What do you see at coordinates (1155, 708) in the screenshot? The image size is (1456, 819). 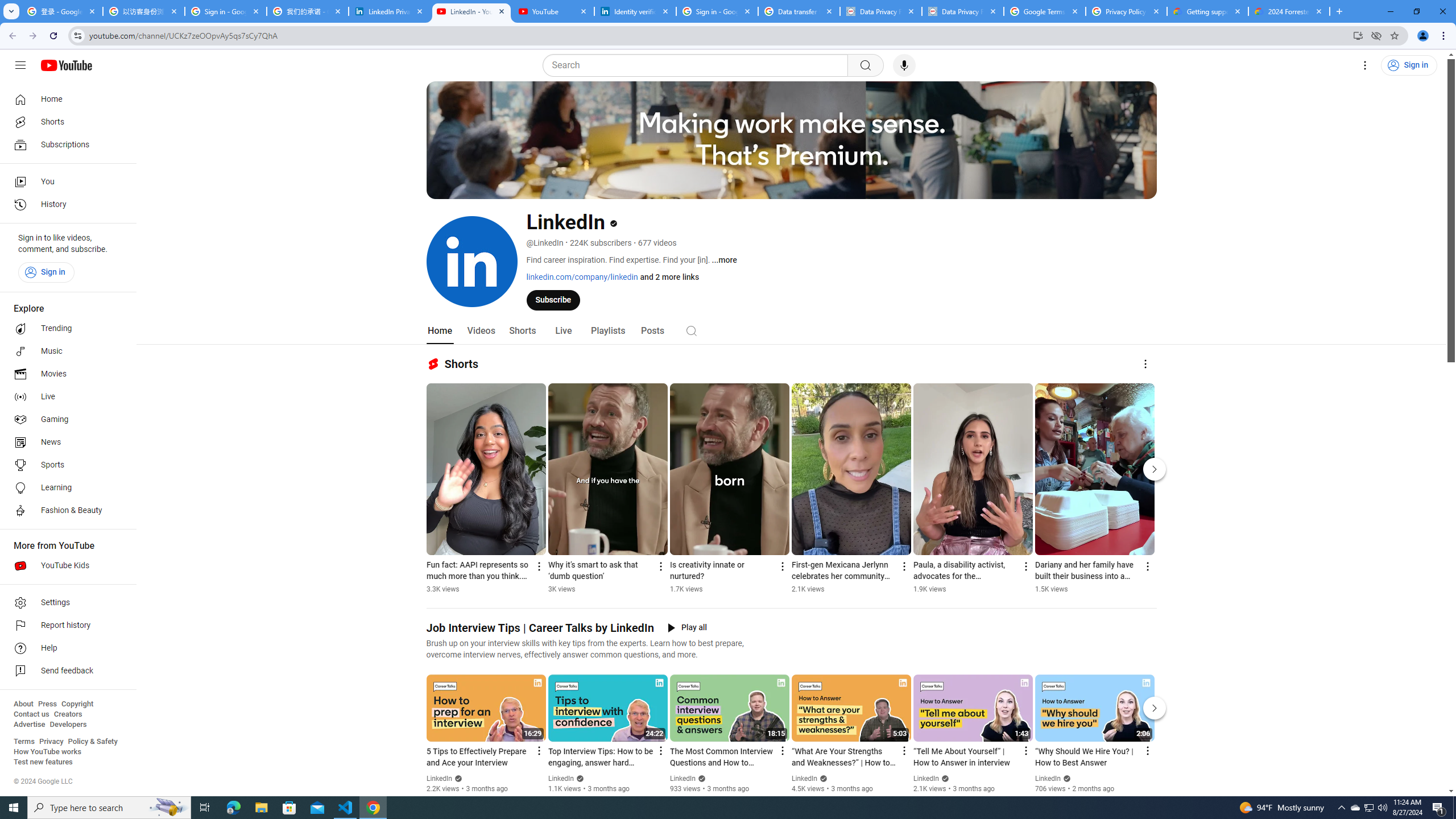 I see `'Next'` at bounding box center [1155, 708].